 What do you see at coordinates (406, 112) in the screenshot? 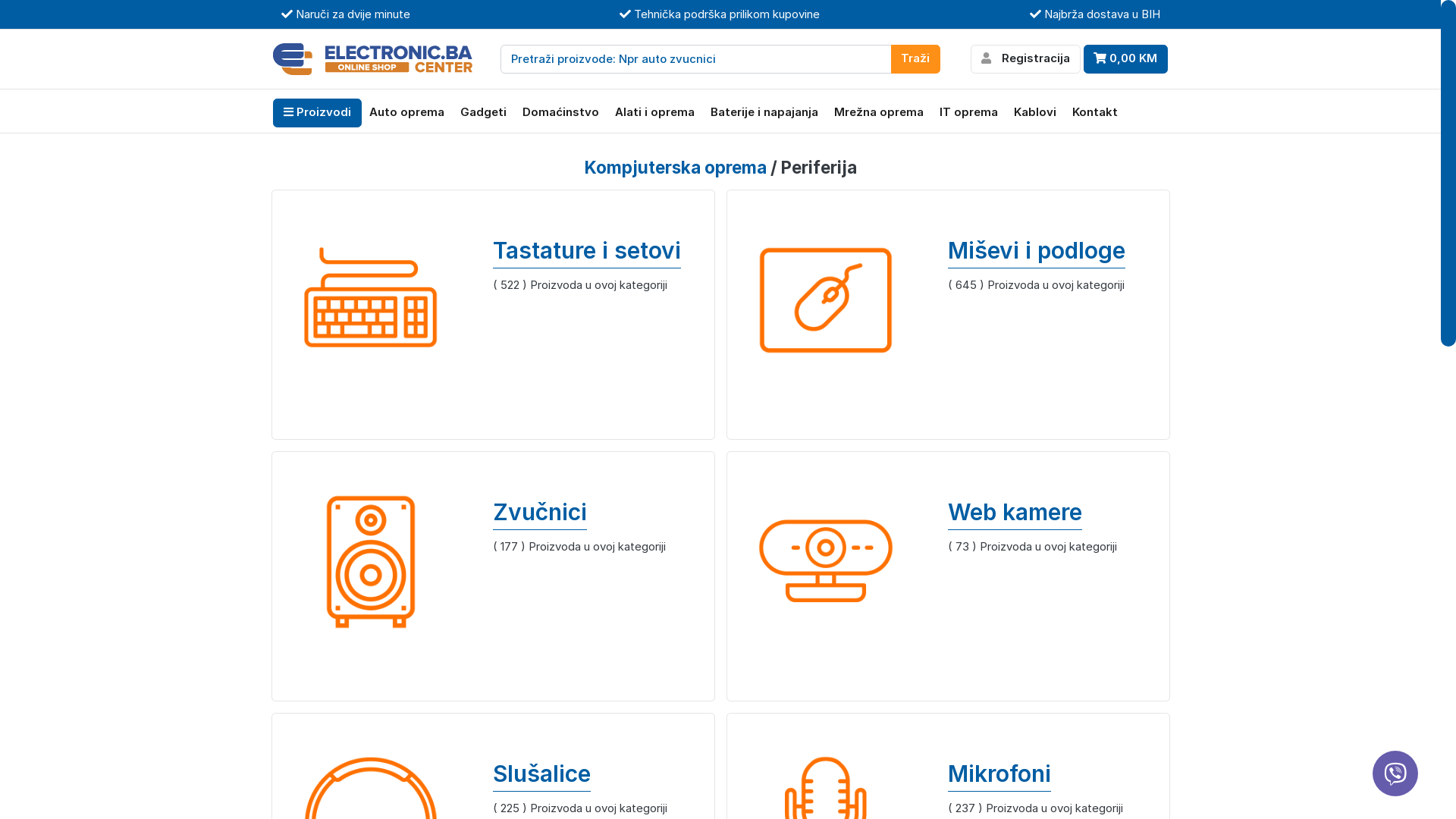
I see `'Auto oprema'` at bounding box center [406, 112].